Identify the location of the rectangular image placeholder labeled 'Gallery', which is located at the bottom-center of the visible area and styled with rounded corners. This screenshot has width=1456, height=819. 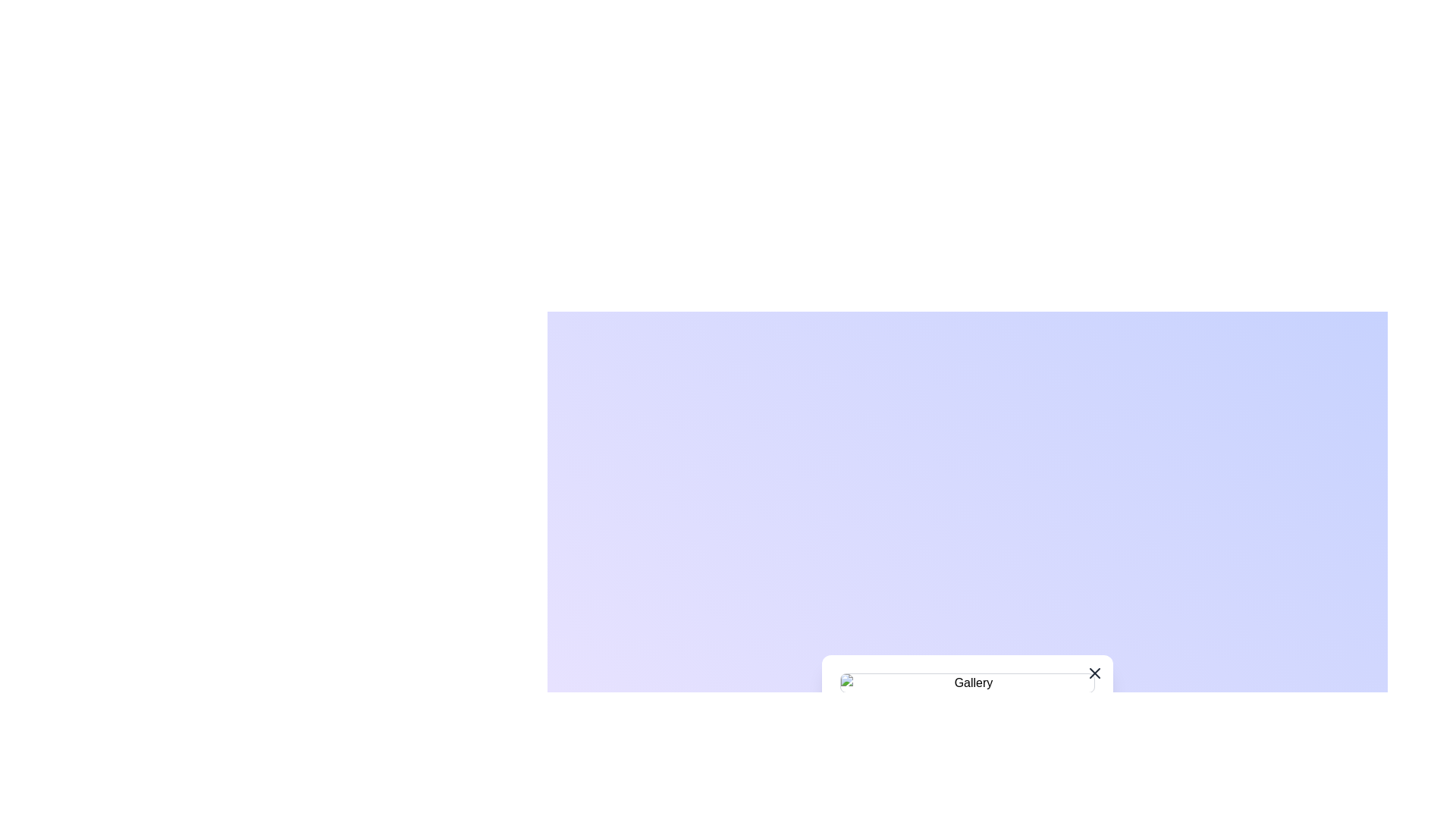
(967, 683).